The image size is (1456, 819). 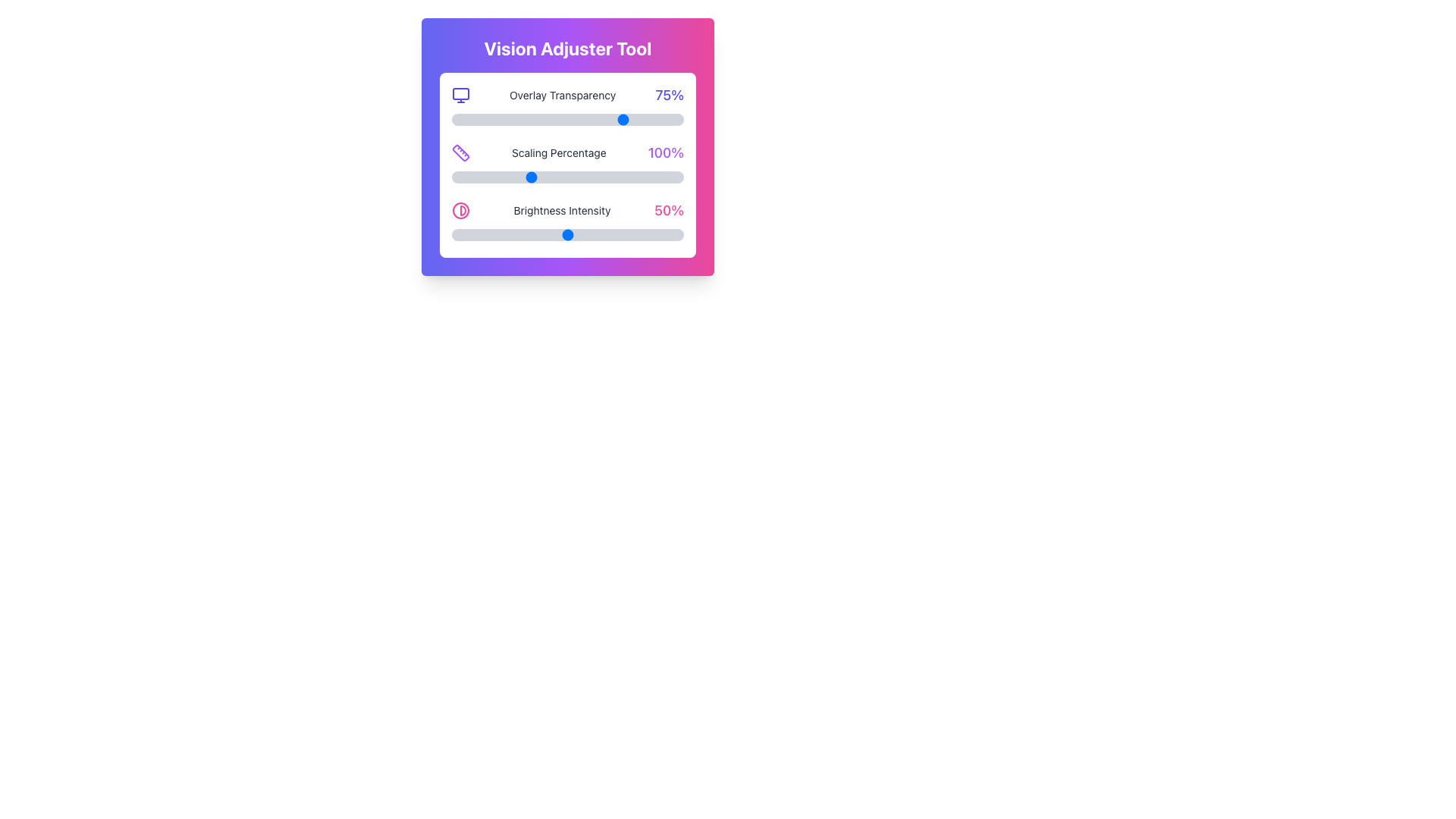 I want to click on the scaling percentage, so click(x=488, y=177).